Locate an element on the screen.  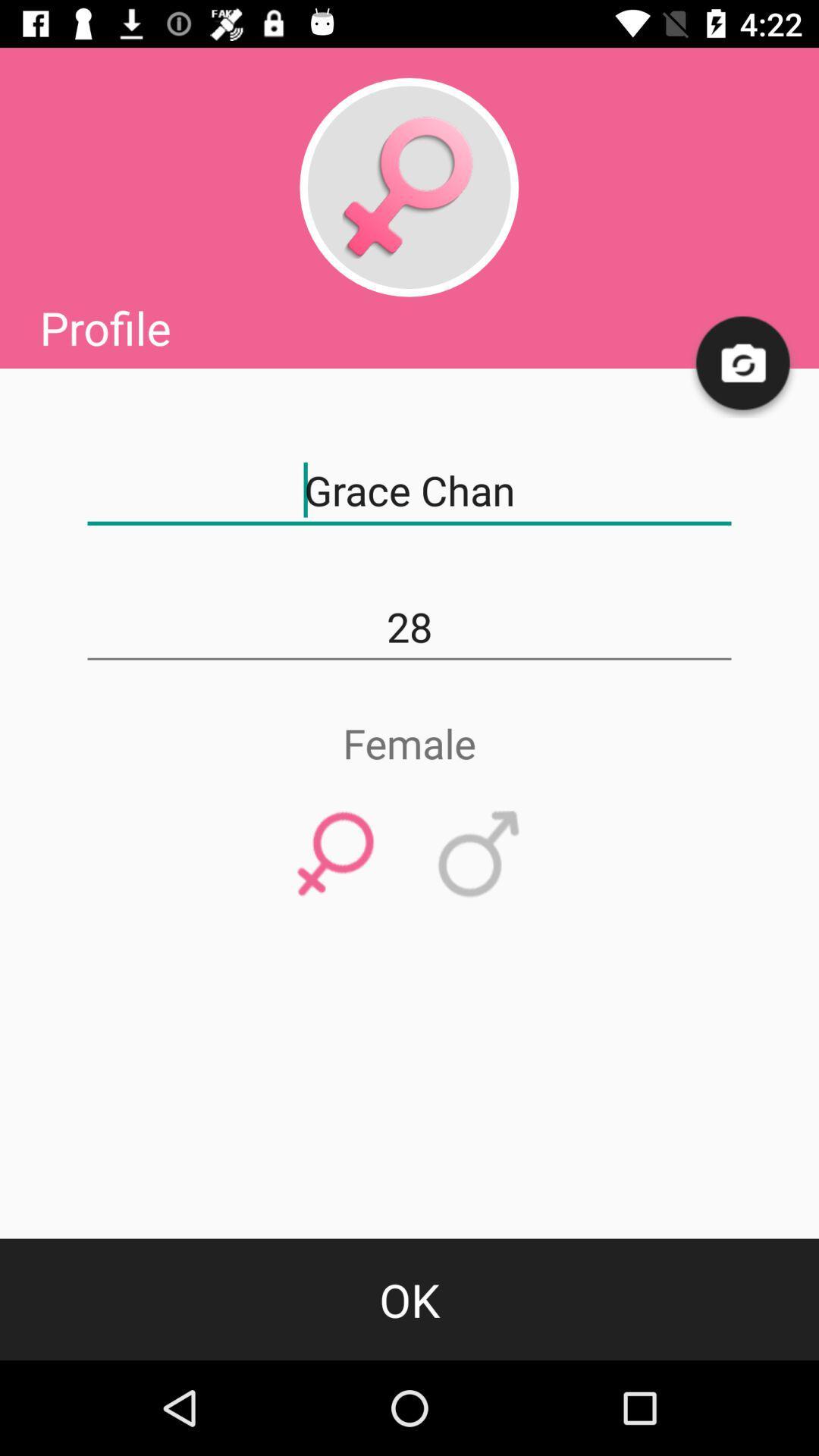
icon below the grace chan icon is located at coordinates (409, 627).